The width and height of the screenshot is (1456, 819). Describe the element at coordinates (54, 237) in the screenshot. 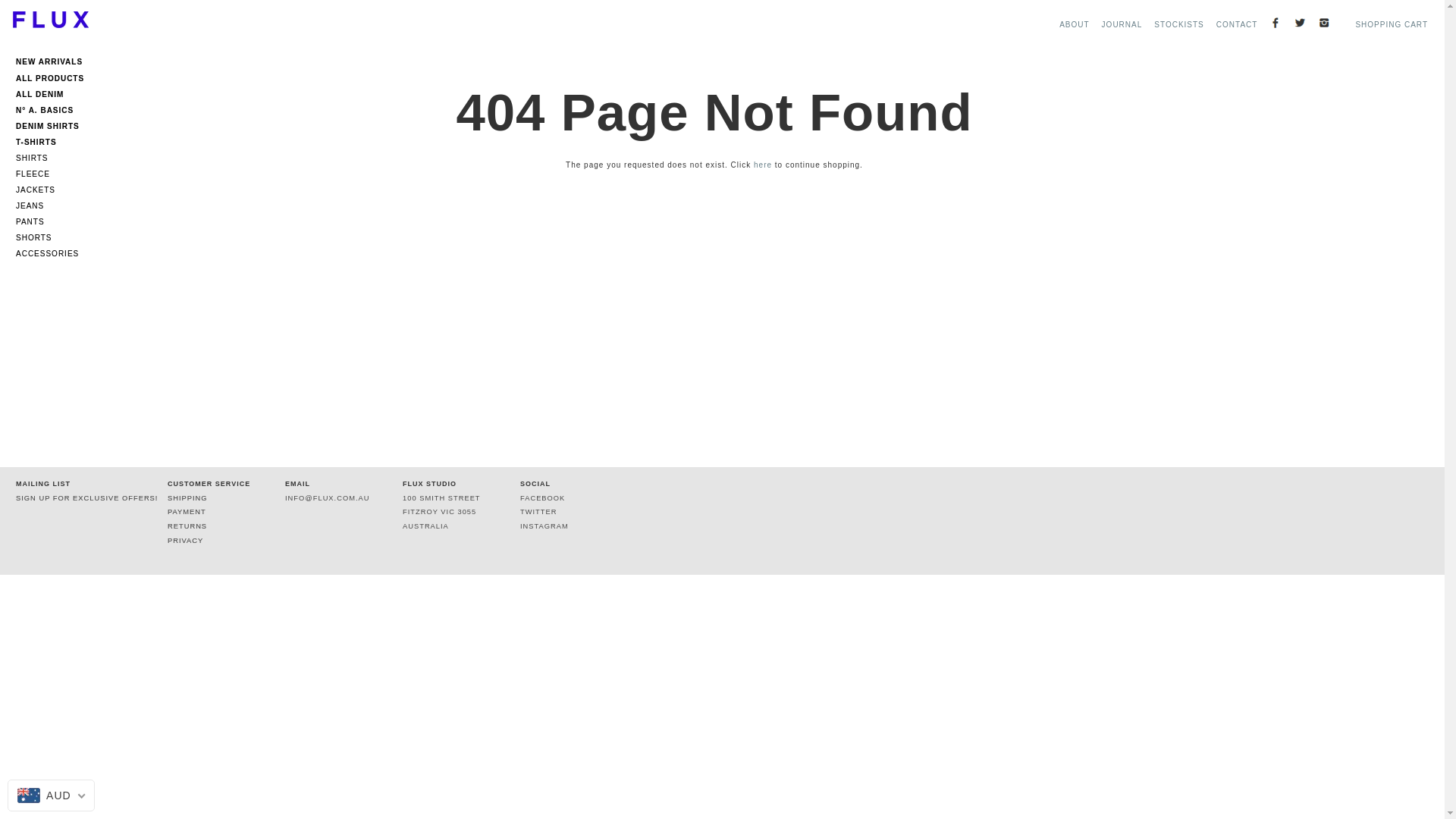

I see `'SHORTS'` at that location.